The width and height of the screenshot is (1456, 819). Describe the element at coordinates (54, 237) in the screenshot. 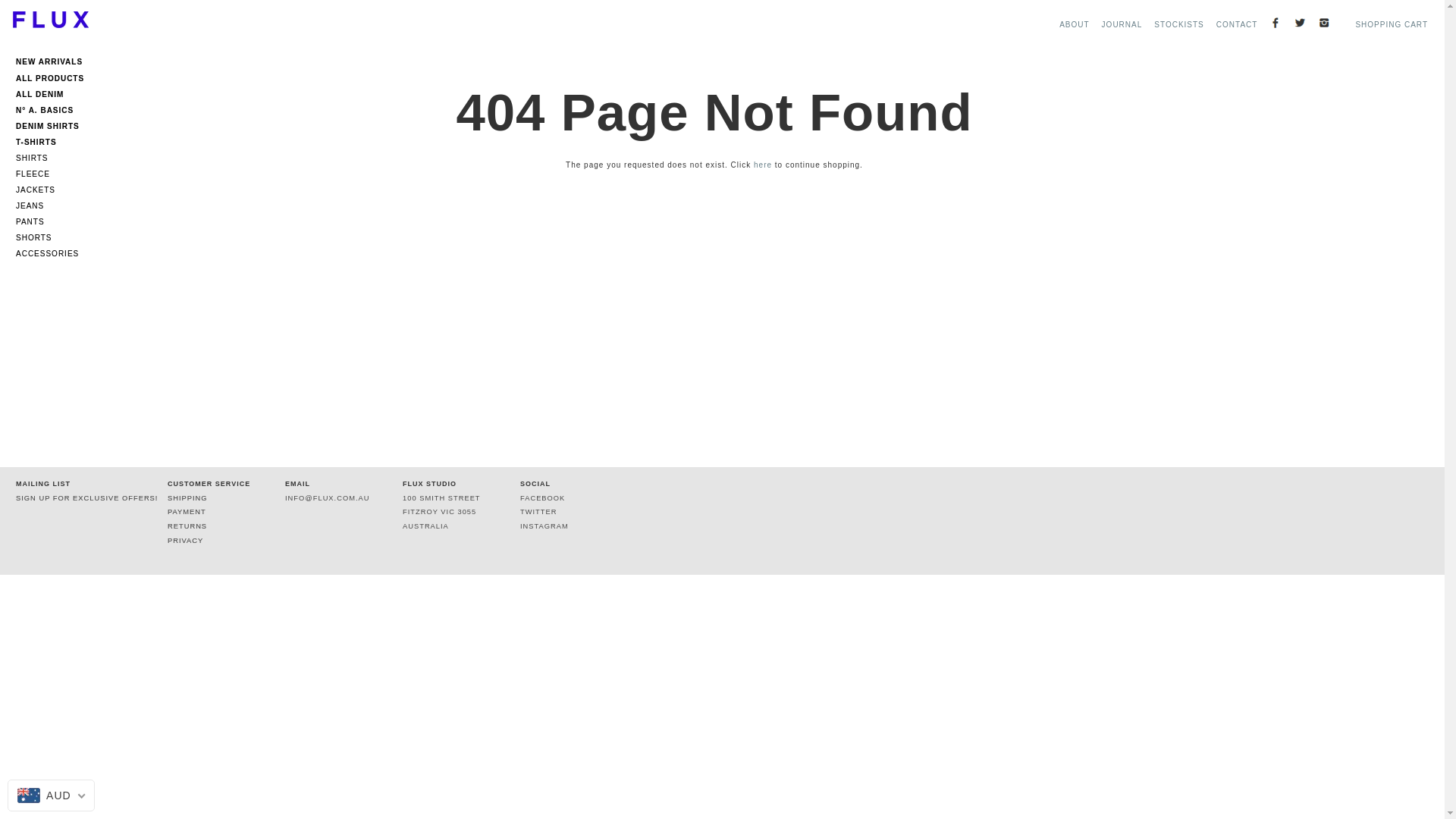

I see `'SHORTS'` at that location.